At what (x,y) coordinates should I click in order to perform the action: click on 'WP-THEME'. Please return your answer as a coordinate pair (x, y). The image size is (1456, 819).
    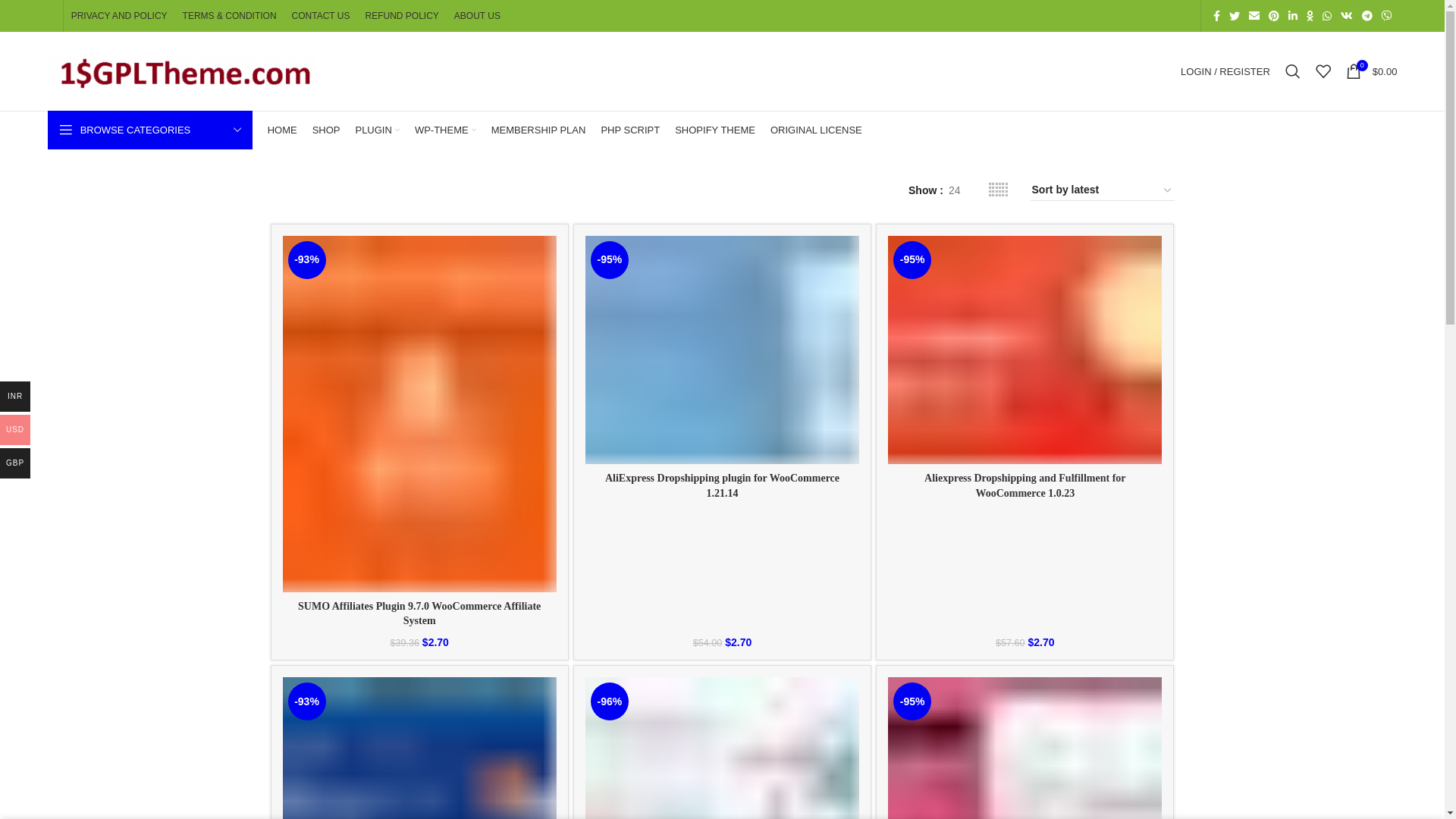
    Looking at the image, I should click on (444, 130).